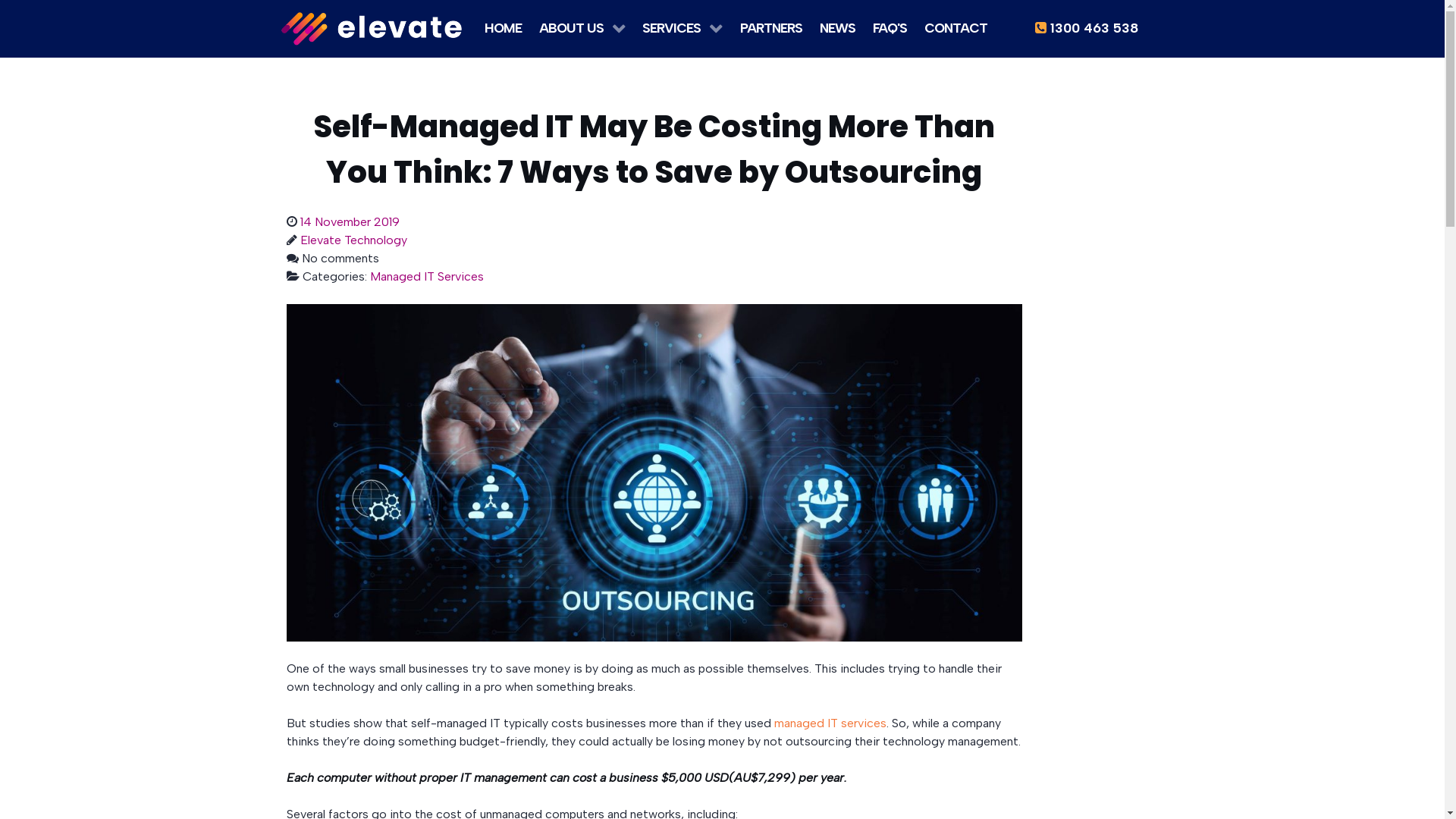 The height and width of the screenshot is (819, 1456). I want to click on 'ABOUT US', so click(581, 26).